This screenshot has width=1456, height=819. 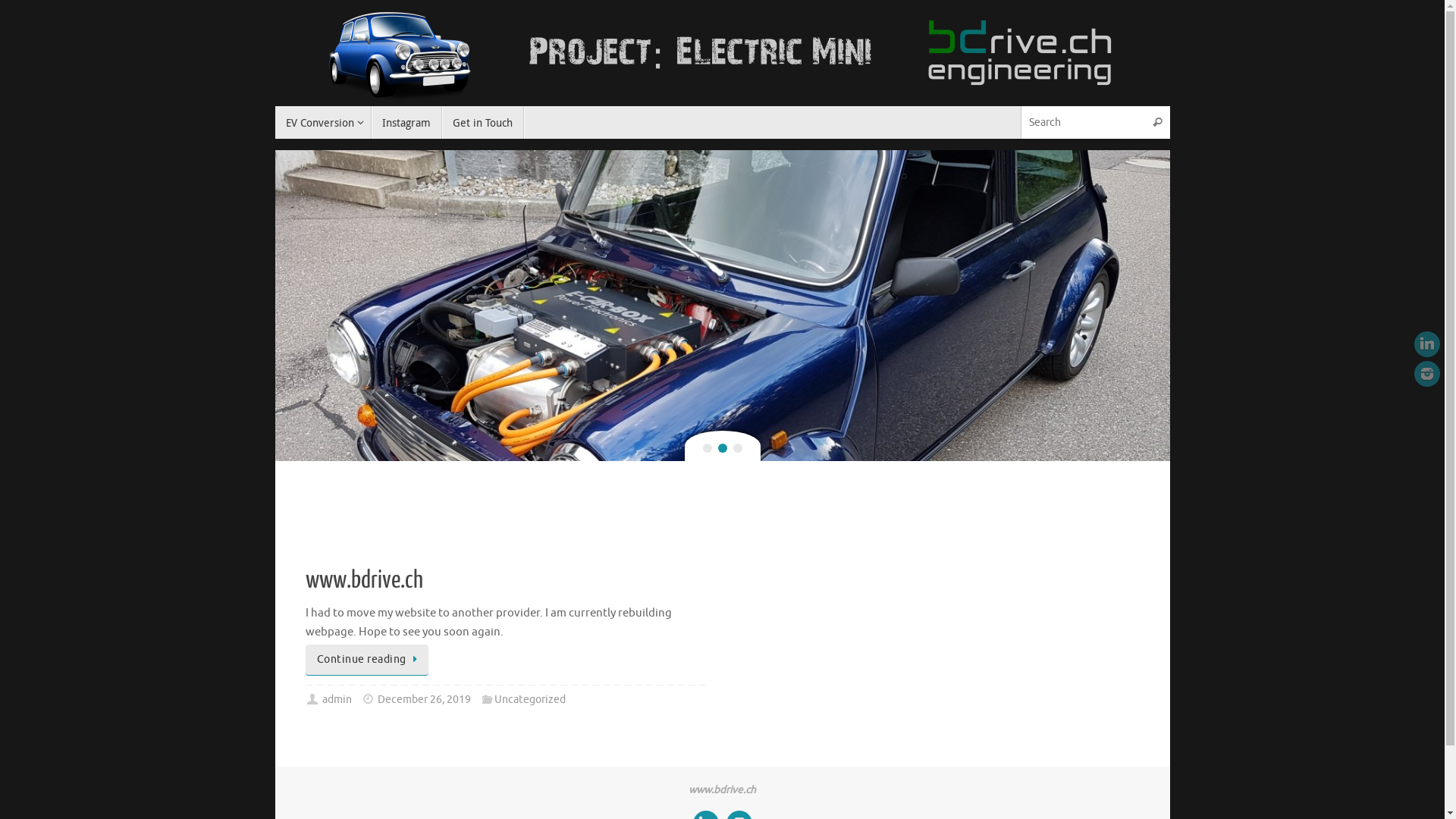 I want to click on 'Instagram', so click(x=371, y=121).